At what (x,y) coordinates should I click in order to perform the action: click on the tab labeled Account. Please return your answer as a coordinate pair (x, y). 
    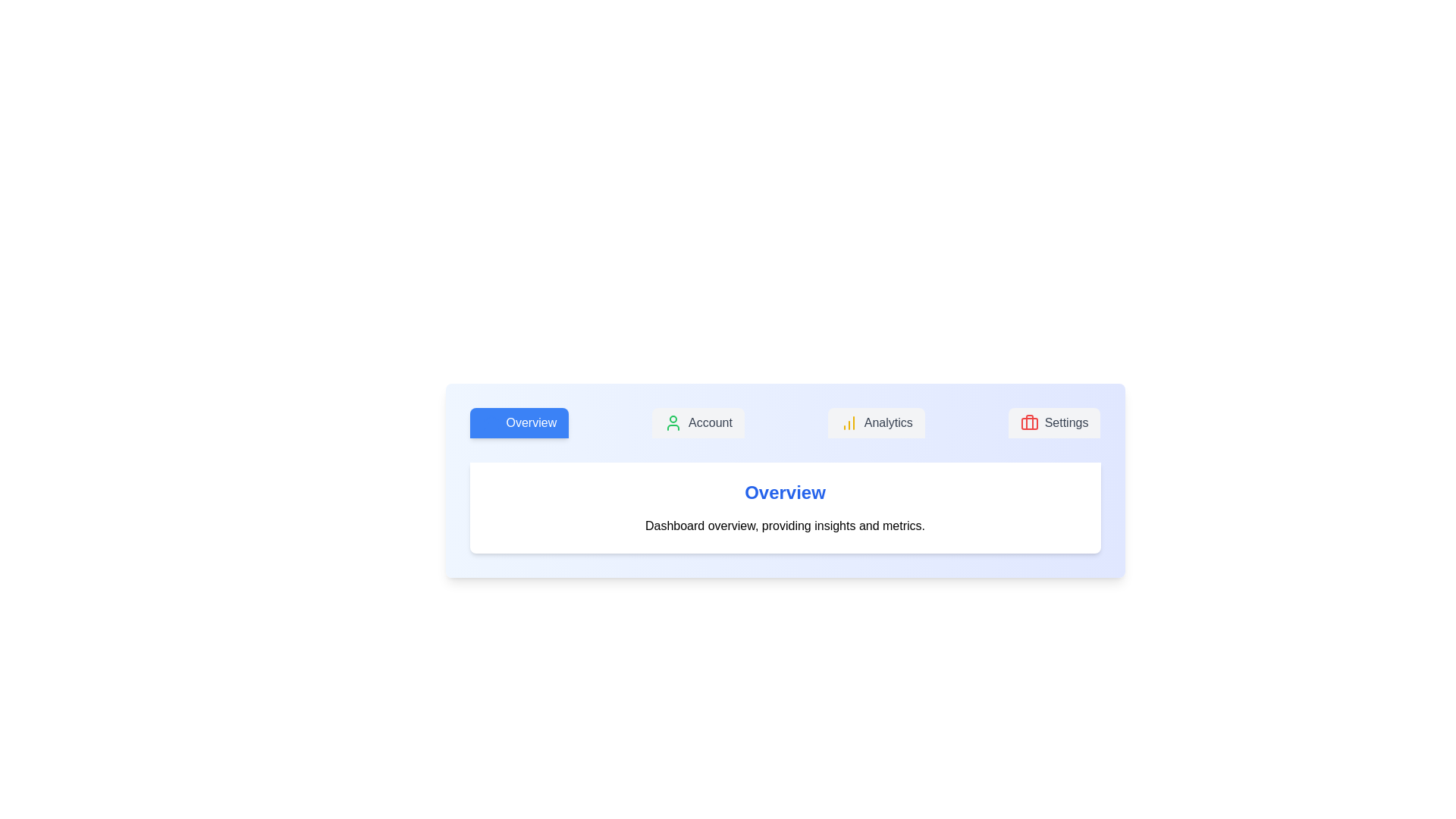
    Looking at the image, I should click on (697, 423).